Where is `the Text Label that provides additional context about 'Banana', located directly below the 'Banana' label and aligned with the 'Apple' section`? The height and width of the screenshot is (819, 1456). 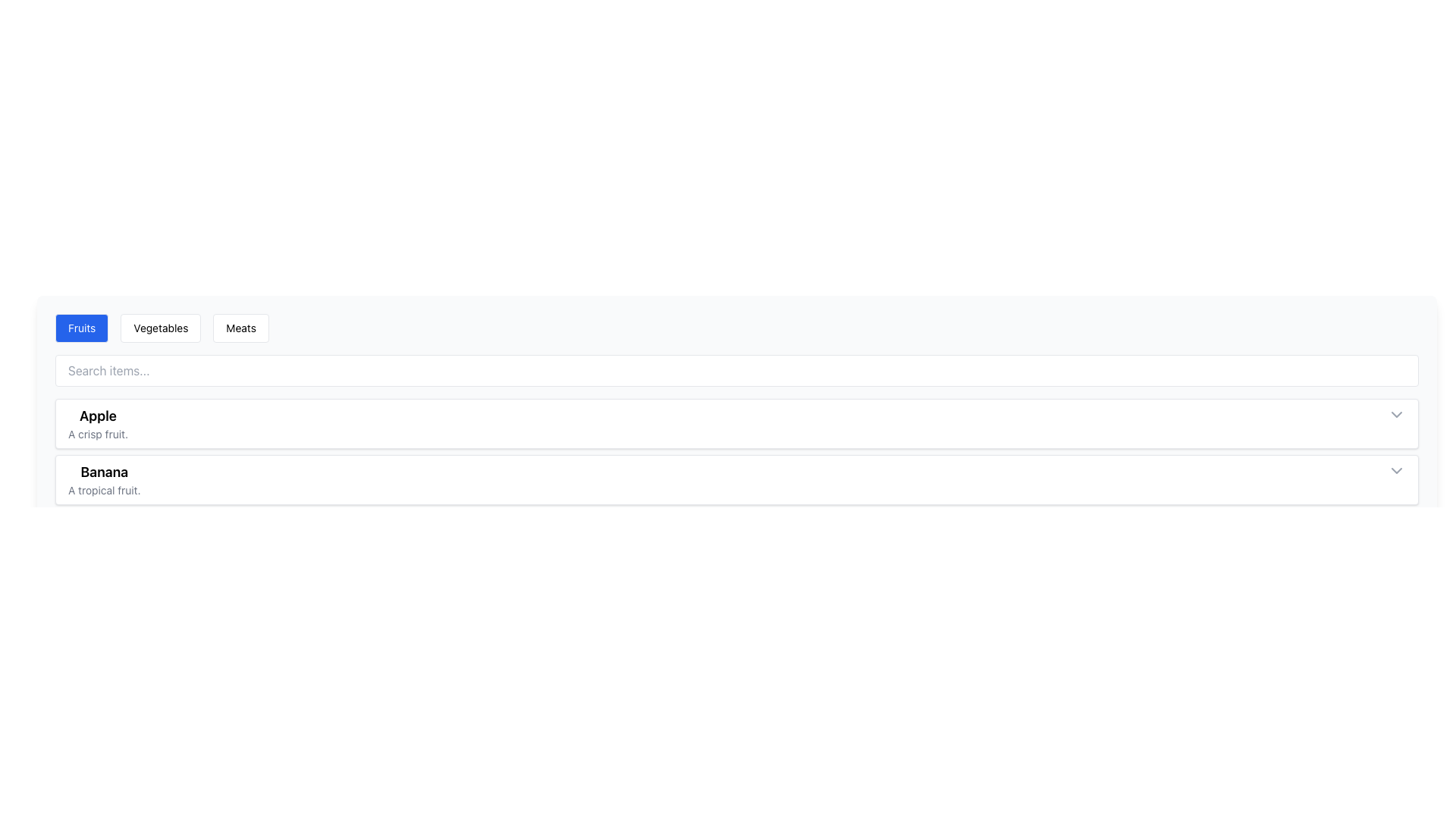
the Text Label that provides additional context about 'Banana', located directly below the 'Banana' label and aligned with the 'Apple' section is located at coordinates (103, 491).